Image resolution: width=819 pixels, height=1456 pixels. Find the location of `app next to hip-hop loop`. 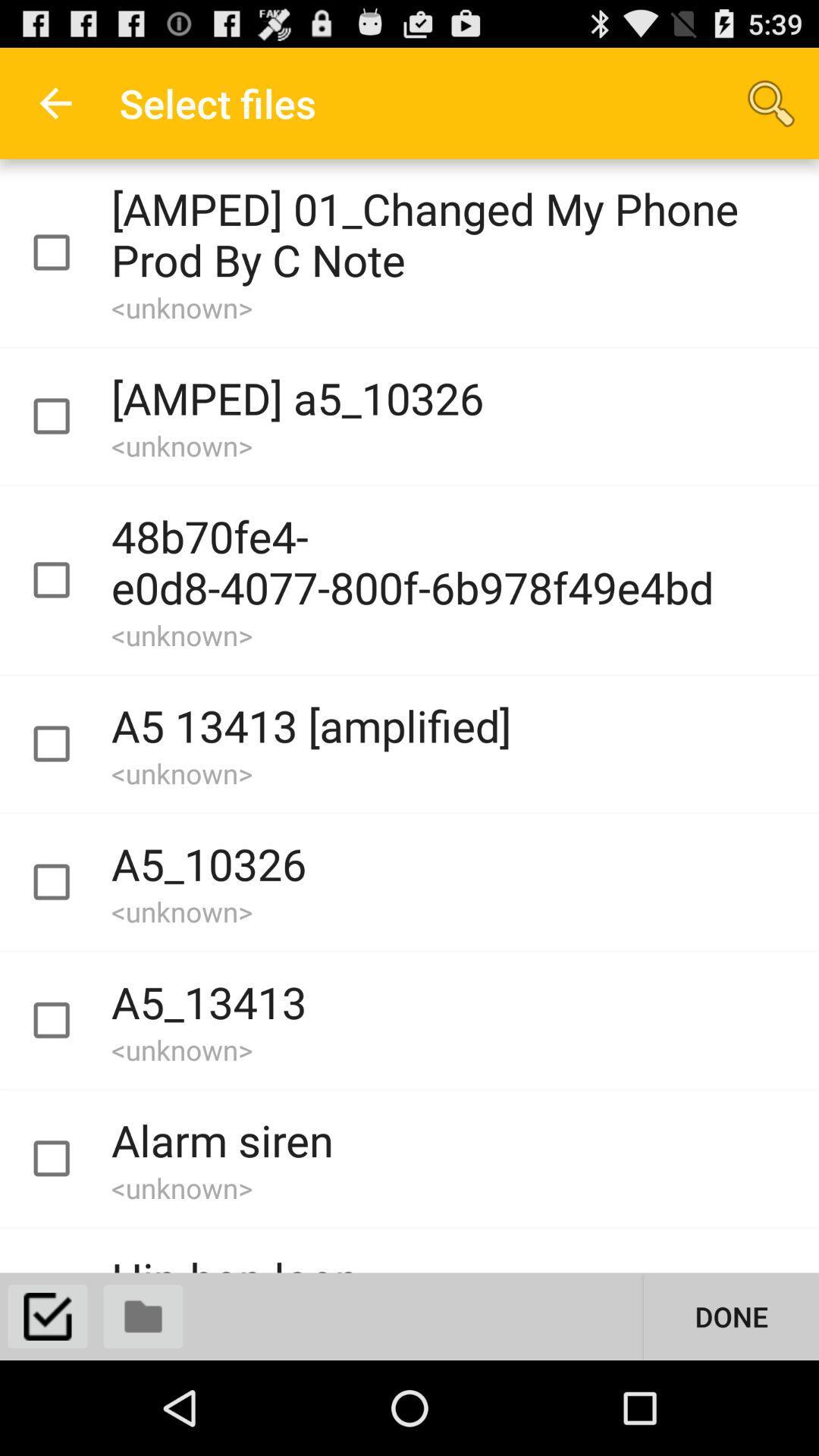

app next to hip-hop loop is located at coordinates (730, 1316).